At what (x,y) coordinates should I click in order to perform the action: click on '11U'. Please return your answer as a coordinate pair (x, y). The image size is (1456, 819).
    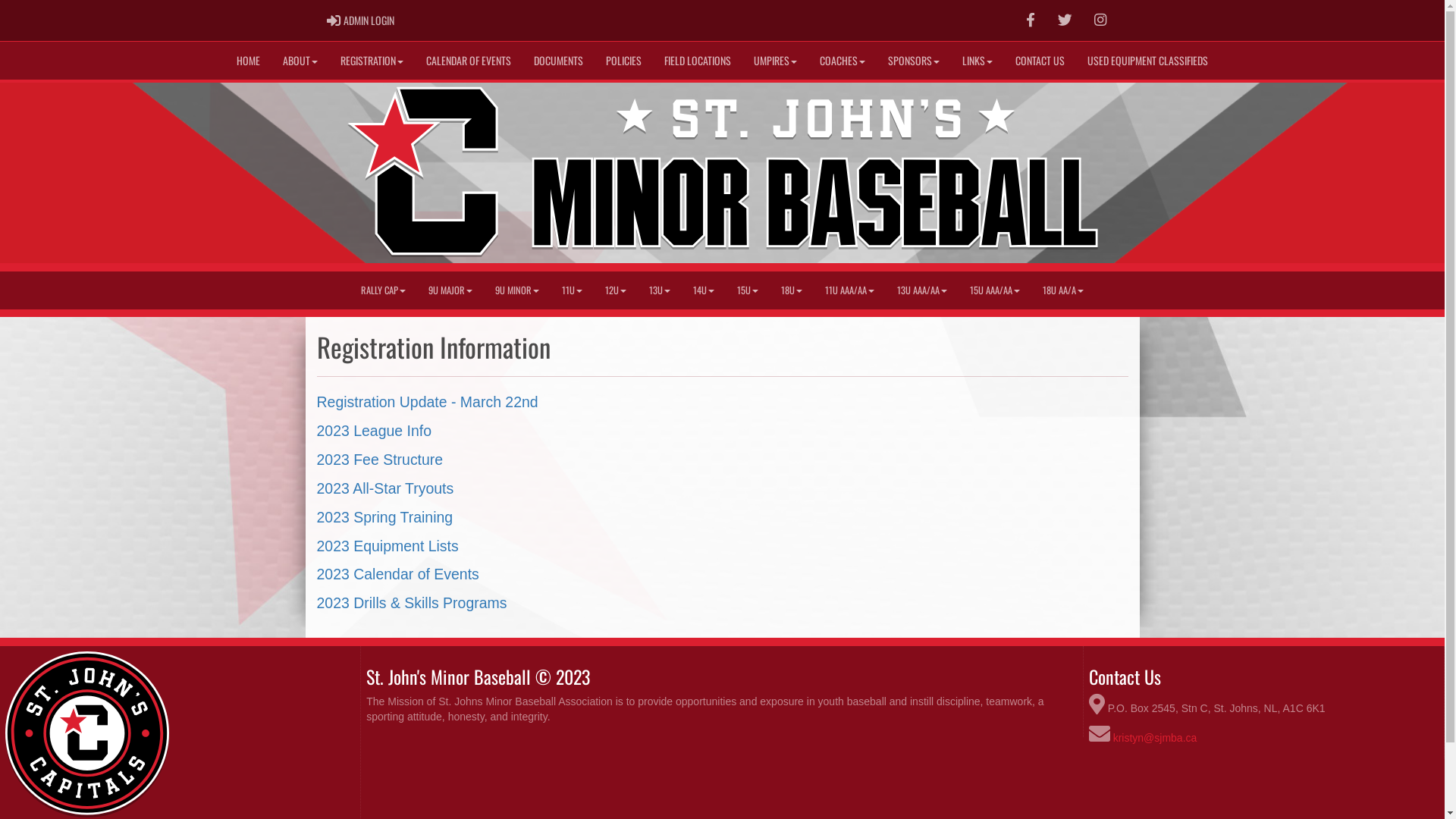
    Looking at the image, I should click on (571, 290).